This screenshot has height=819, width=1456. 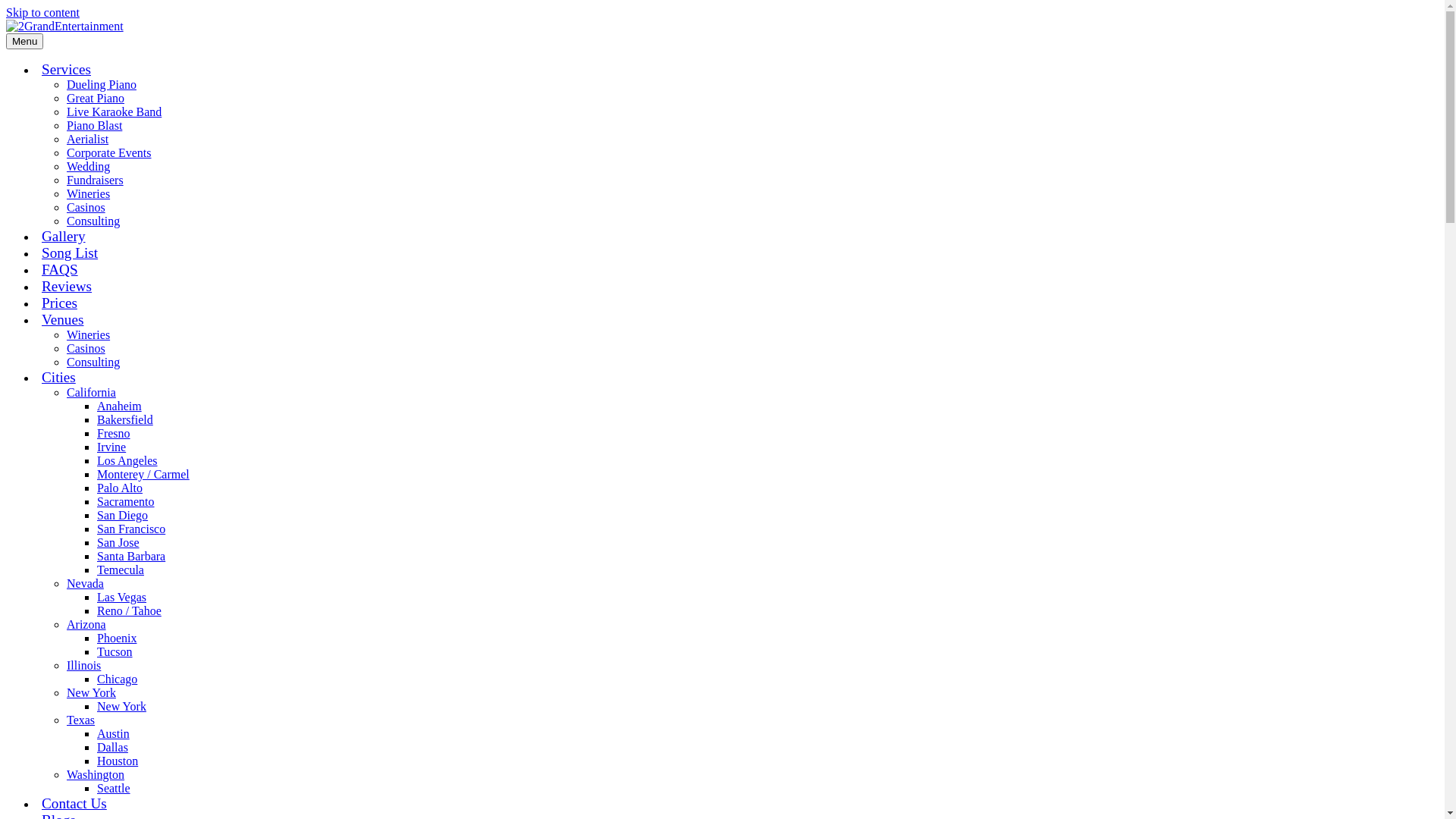 I want to click on 'Services', so click(x=65, y=69).